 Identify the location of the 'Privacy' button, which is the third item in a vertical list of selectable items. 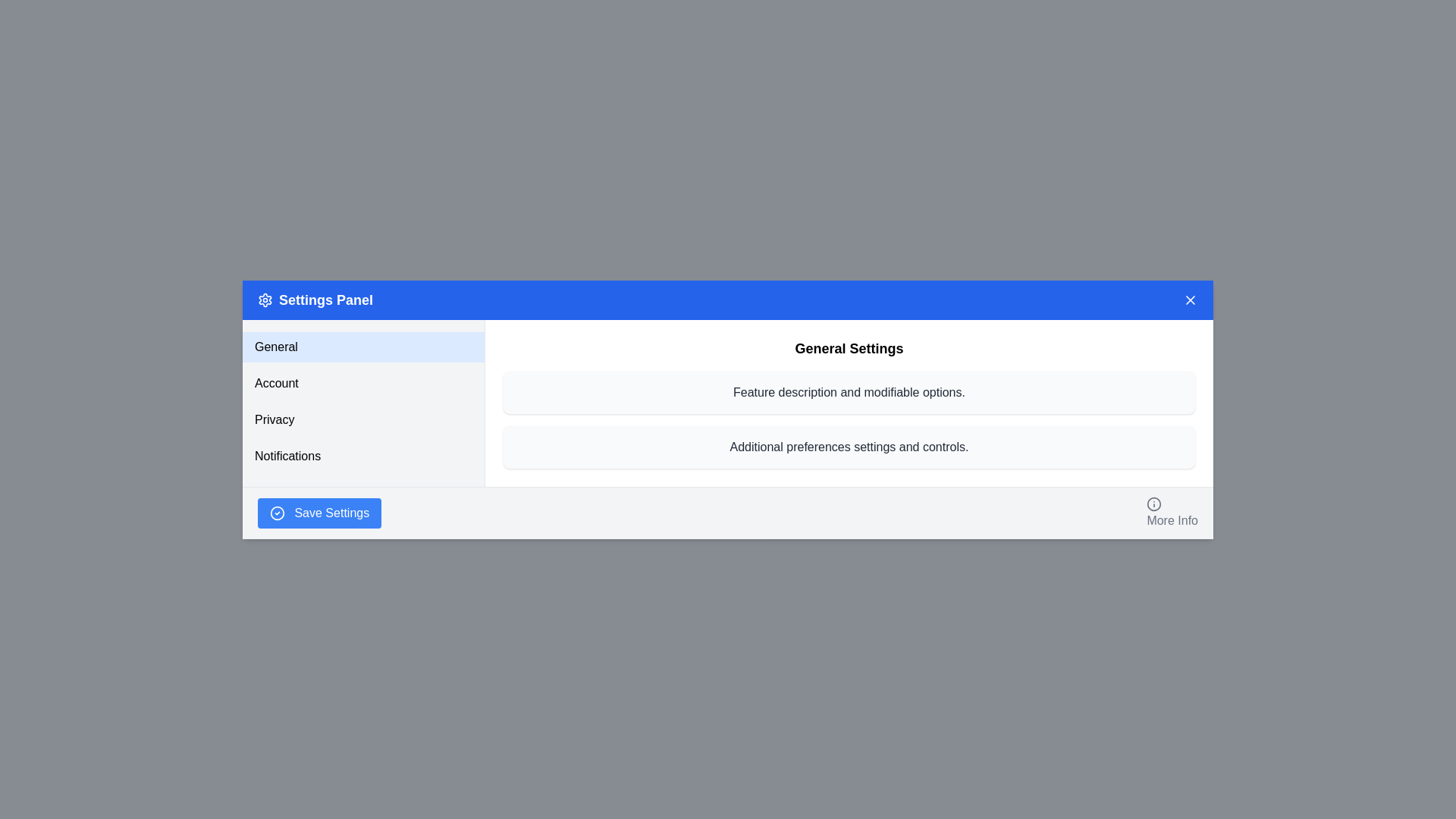
(362, 419).